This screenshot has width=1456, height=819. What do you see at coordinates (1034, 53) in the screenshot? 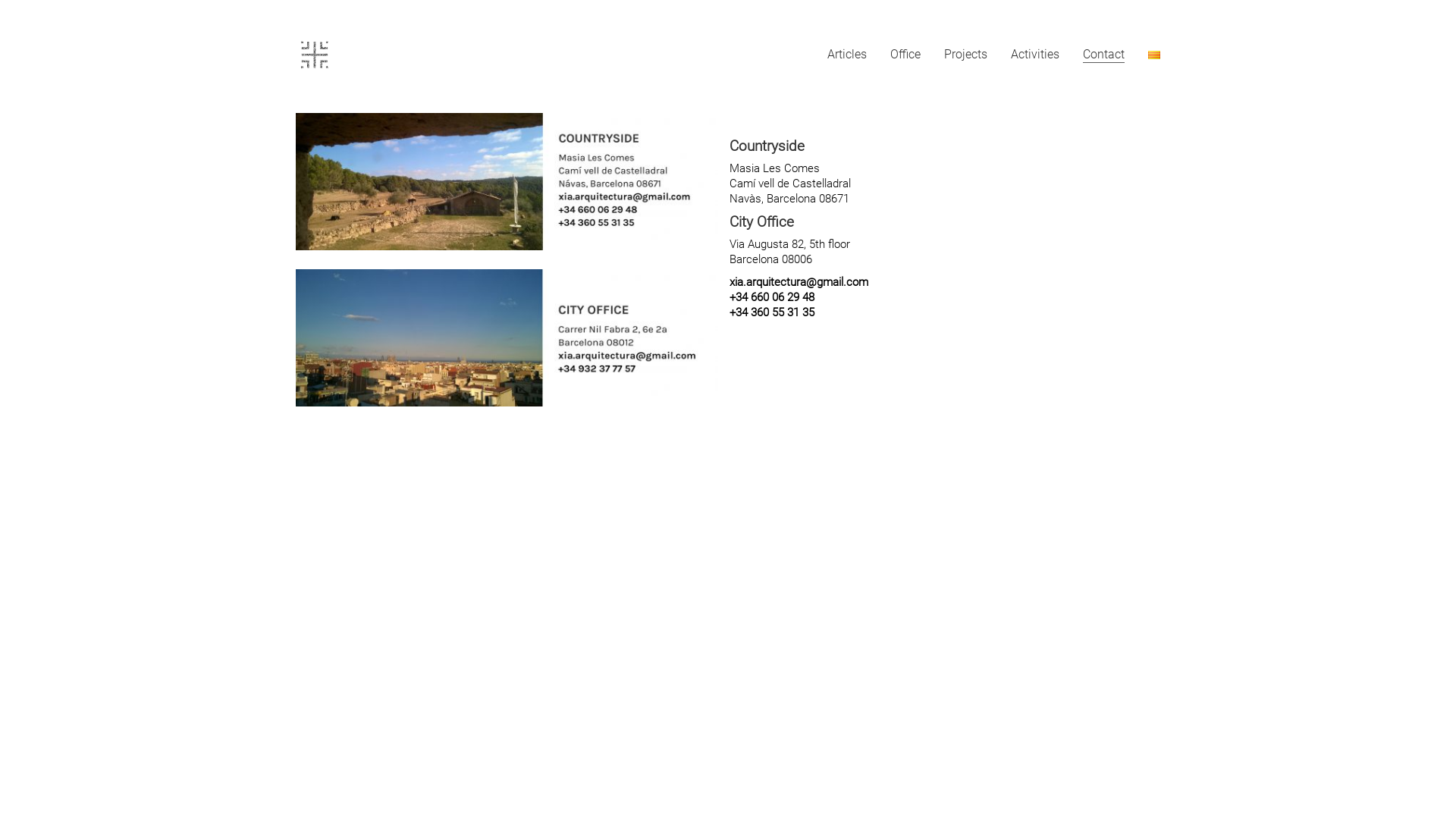
I see `'Activities'` at bounding box center [1034, 53].